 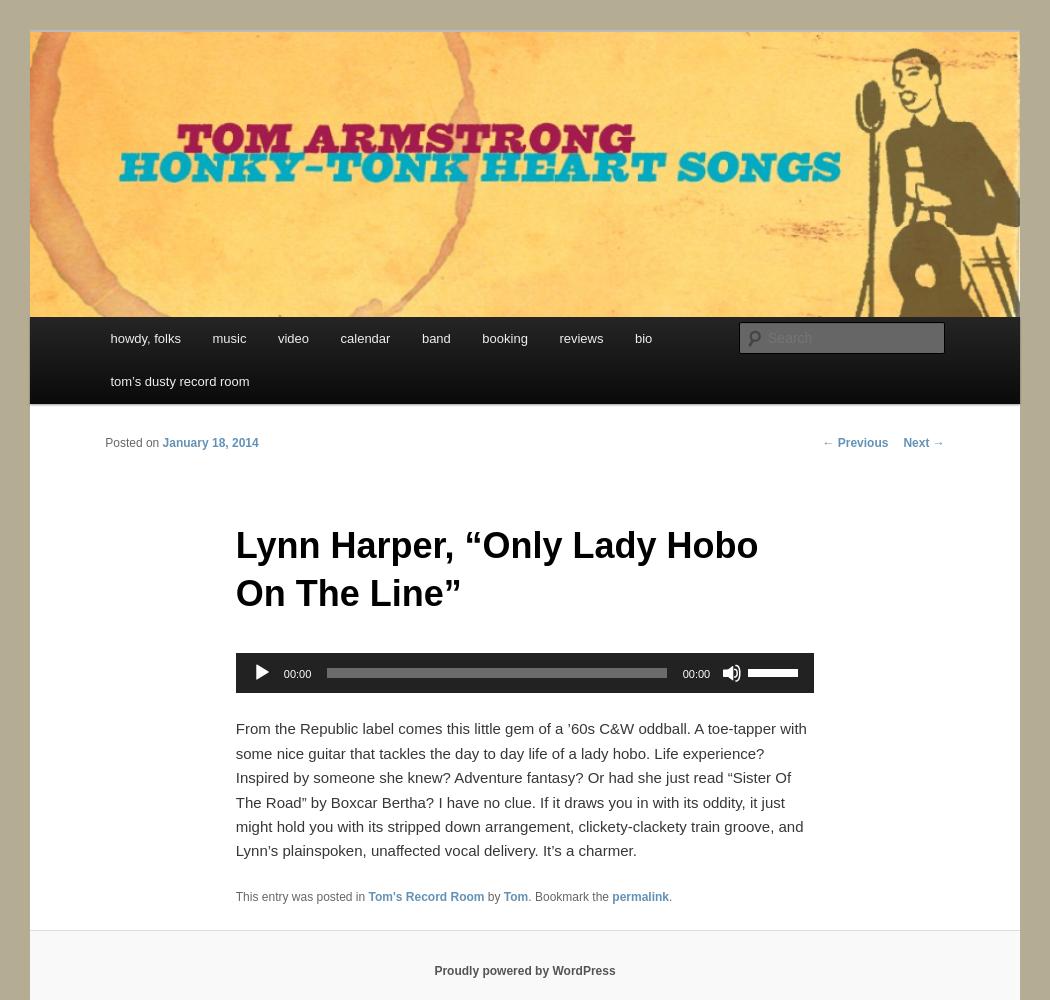 I want to click on 'Proudly powered by WordPress', so click(x=523, y=969).